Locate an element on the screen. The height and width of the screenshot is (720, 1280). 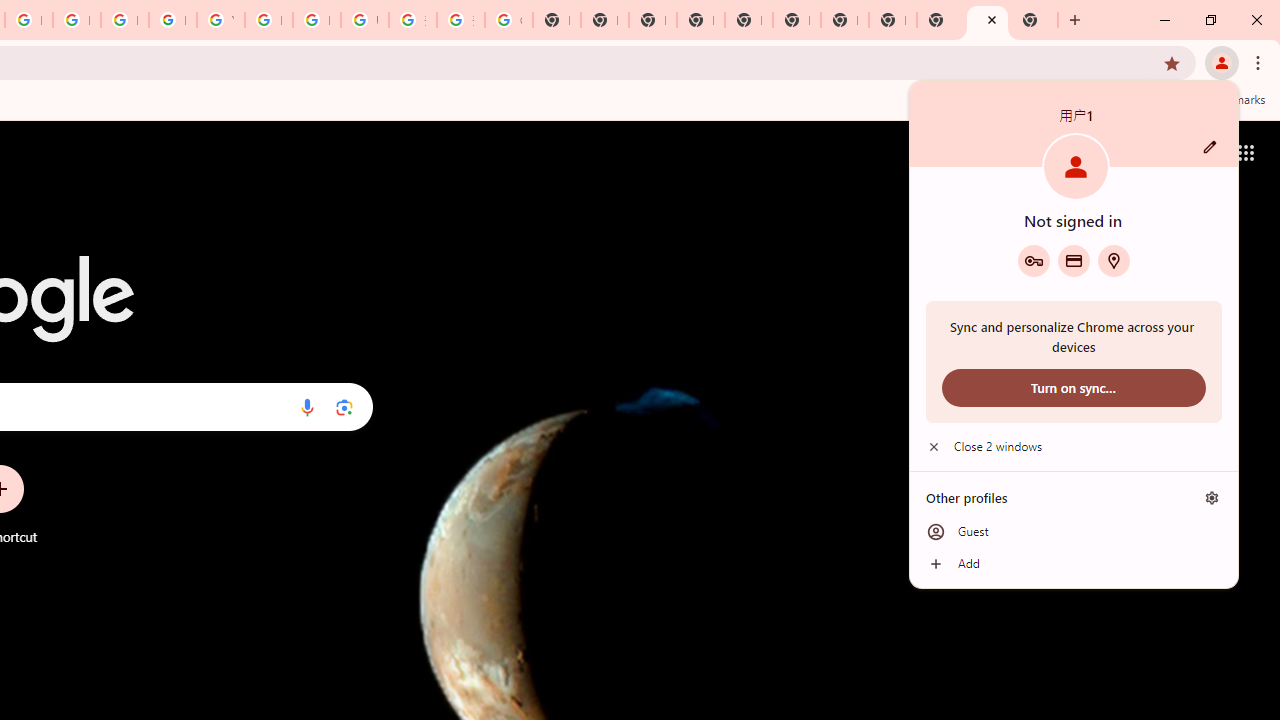
'Search by image' is located at coordinates (344, 406).